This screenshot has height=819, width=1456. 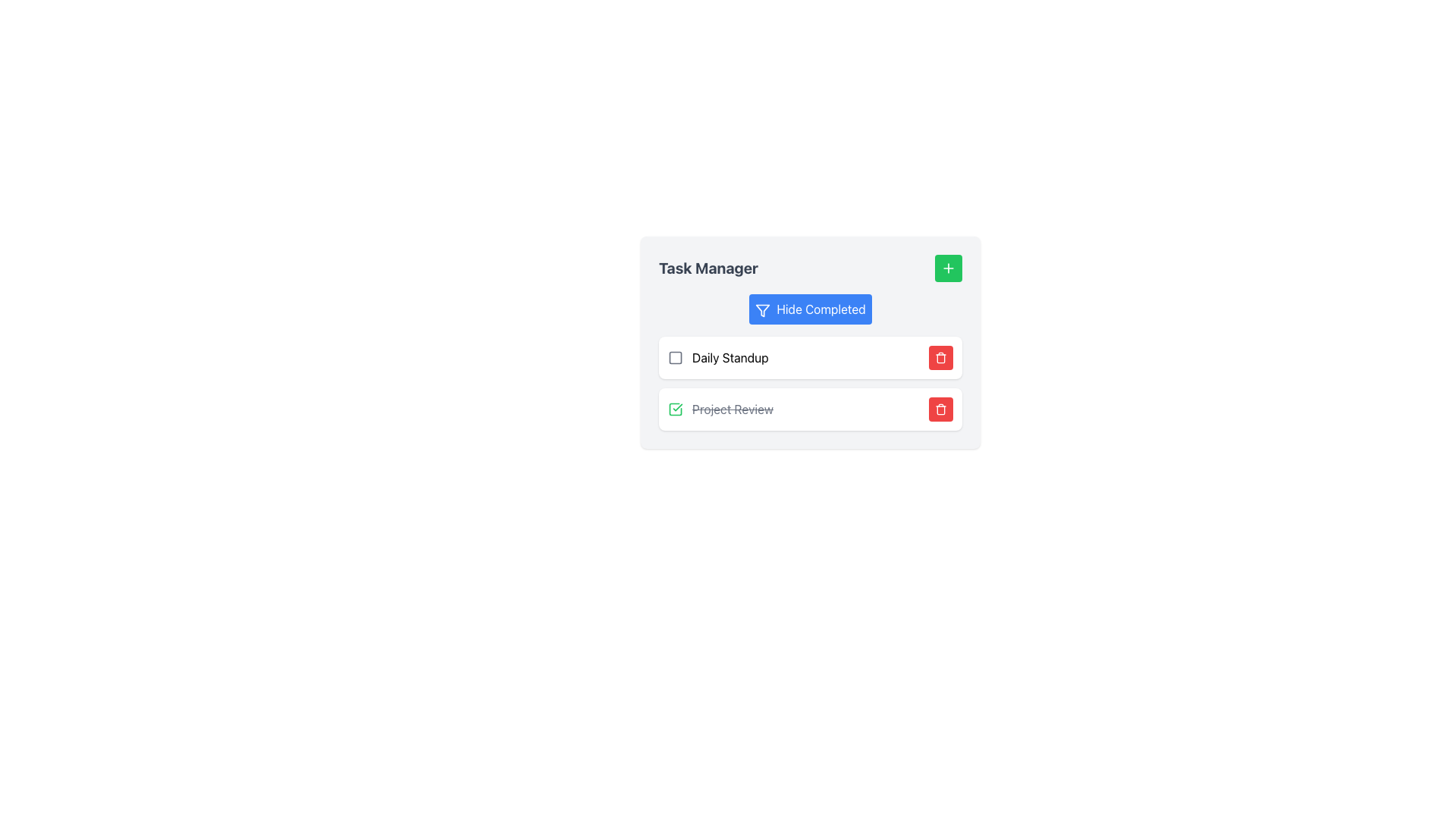 I want to click on the checkbox for the 'Daily Standup' task, so click(x=675, y=357).